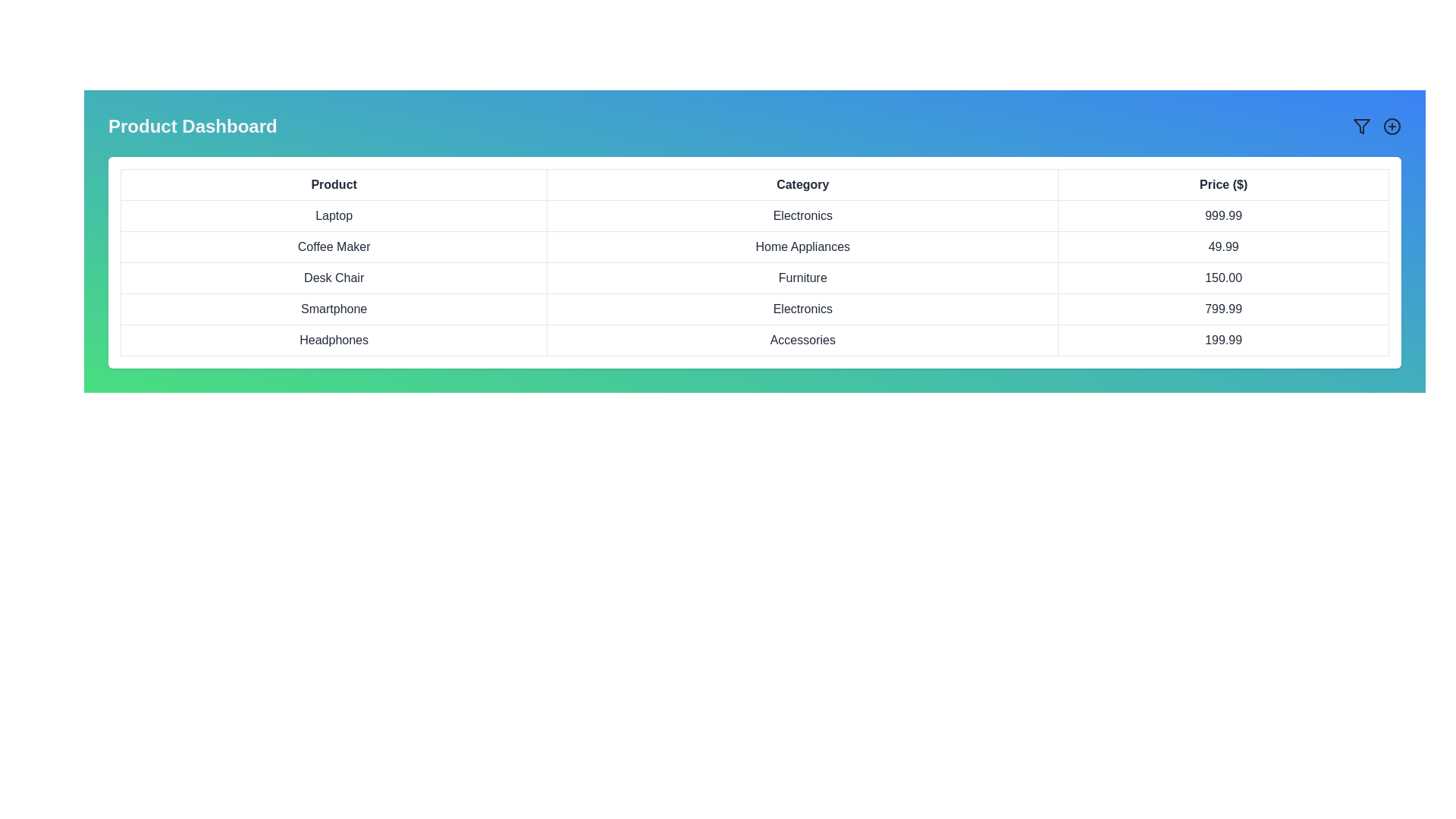 Image resolution: width=1456 pixels, height=819 pixels. What do you see at coordinates (1223, 278) in the screenshot?
I see `the Data cell displaying the text '150.00' in the 'Price ($)' column of the table, which is in the same row as 'Desk Chair' and 'Furniture'` at bounding box center [1223, 278].